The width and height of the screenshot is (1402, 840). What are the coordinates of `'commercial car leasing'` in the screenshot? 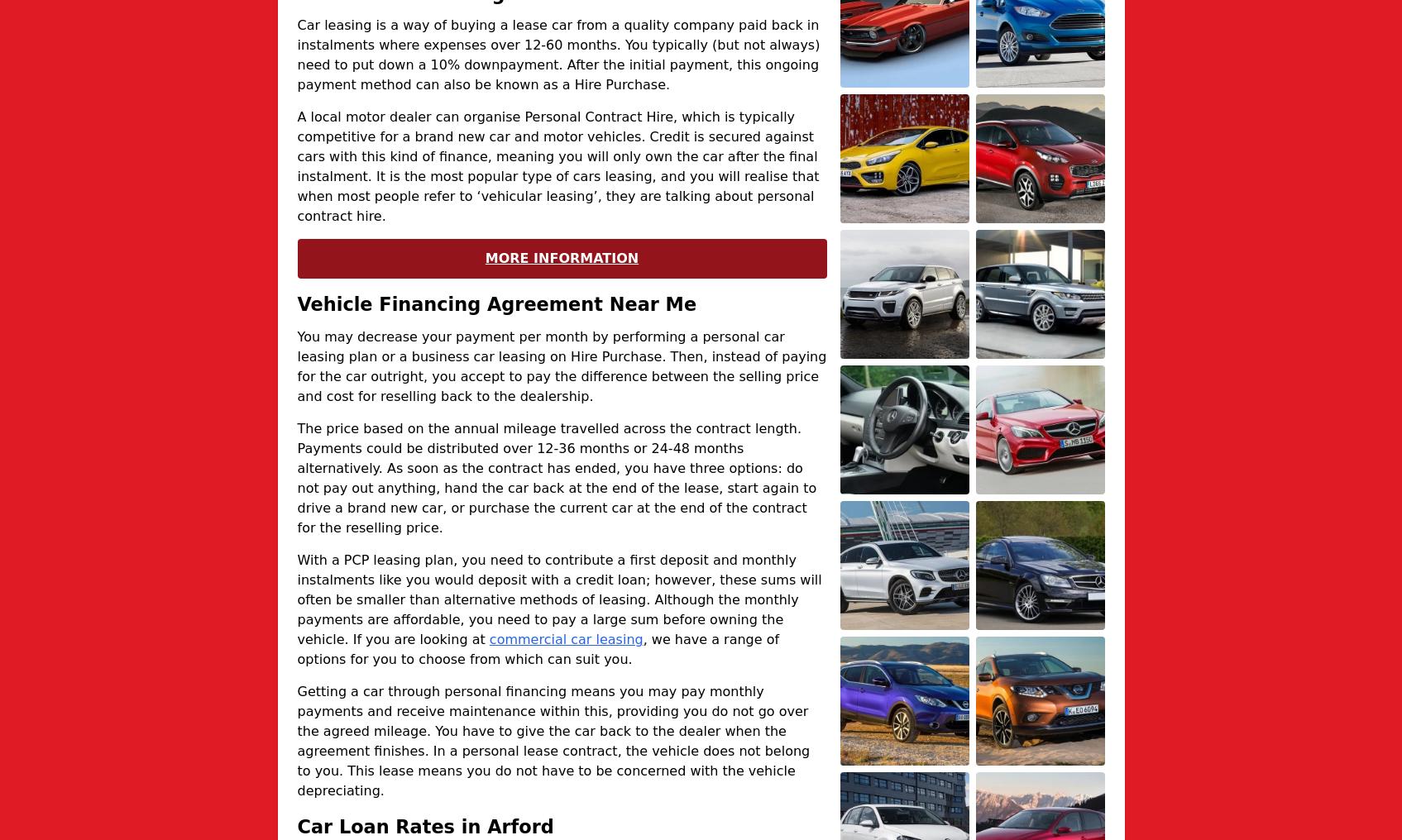 It's located at (488, 637).